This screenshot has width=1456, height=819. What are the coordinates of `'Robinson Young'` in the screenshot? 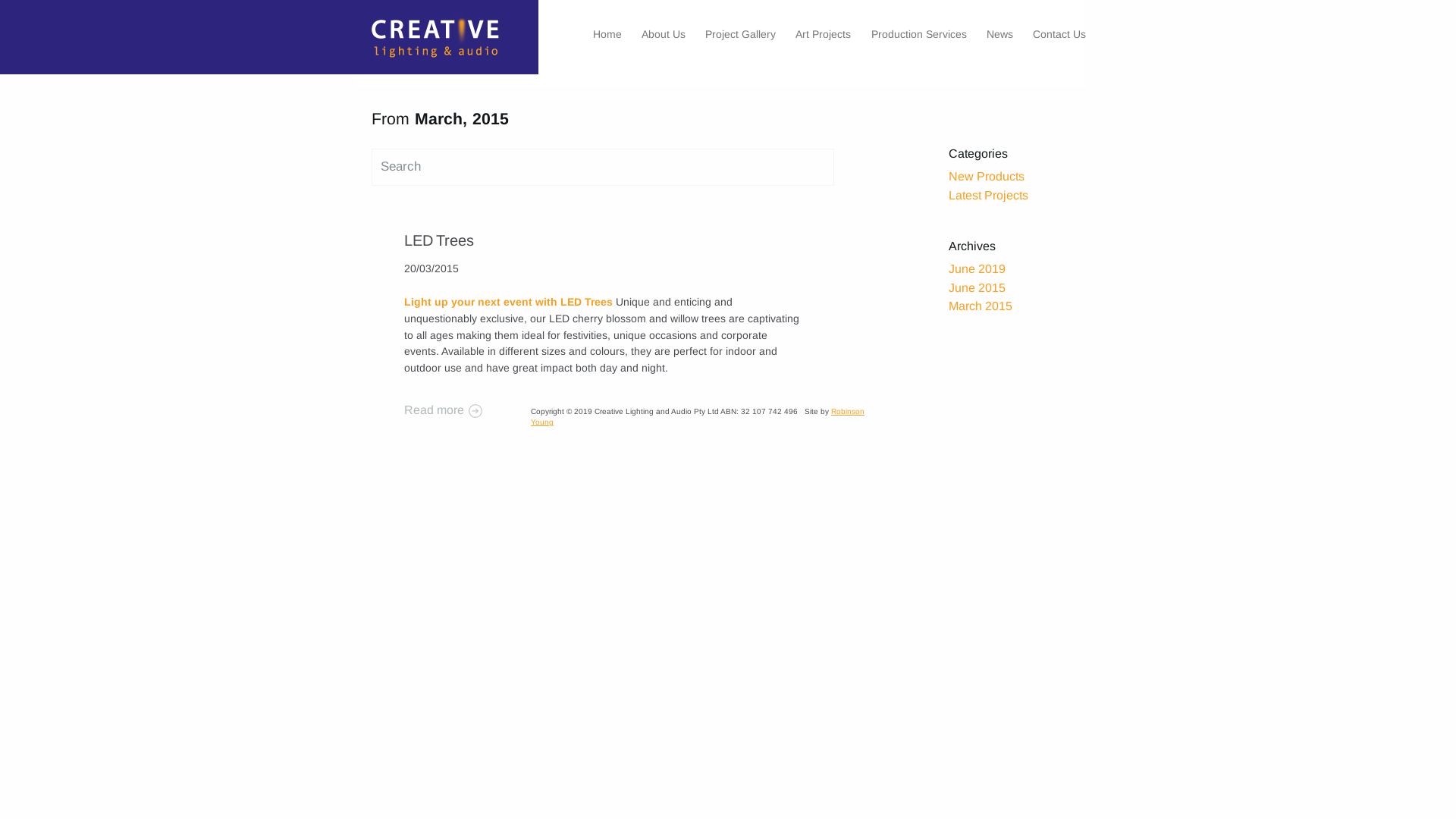 It's located at (697, 417).